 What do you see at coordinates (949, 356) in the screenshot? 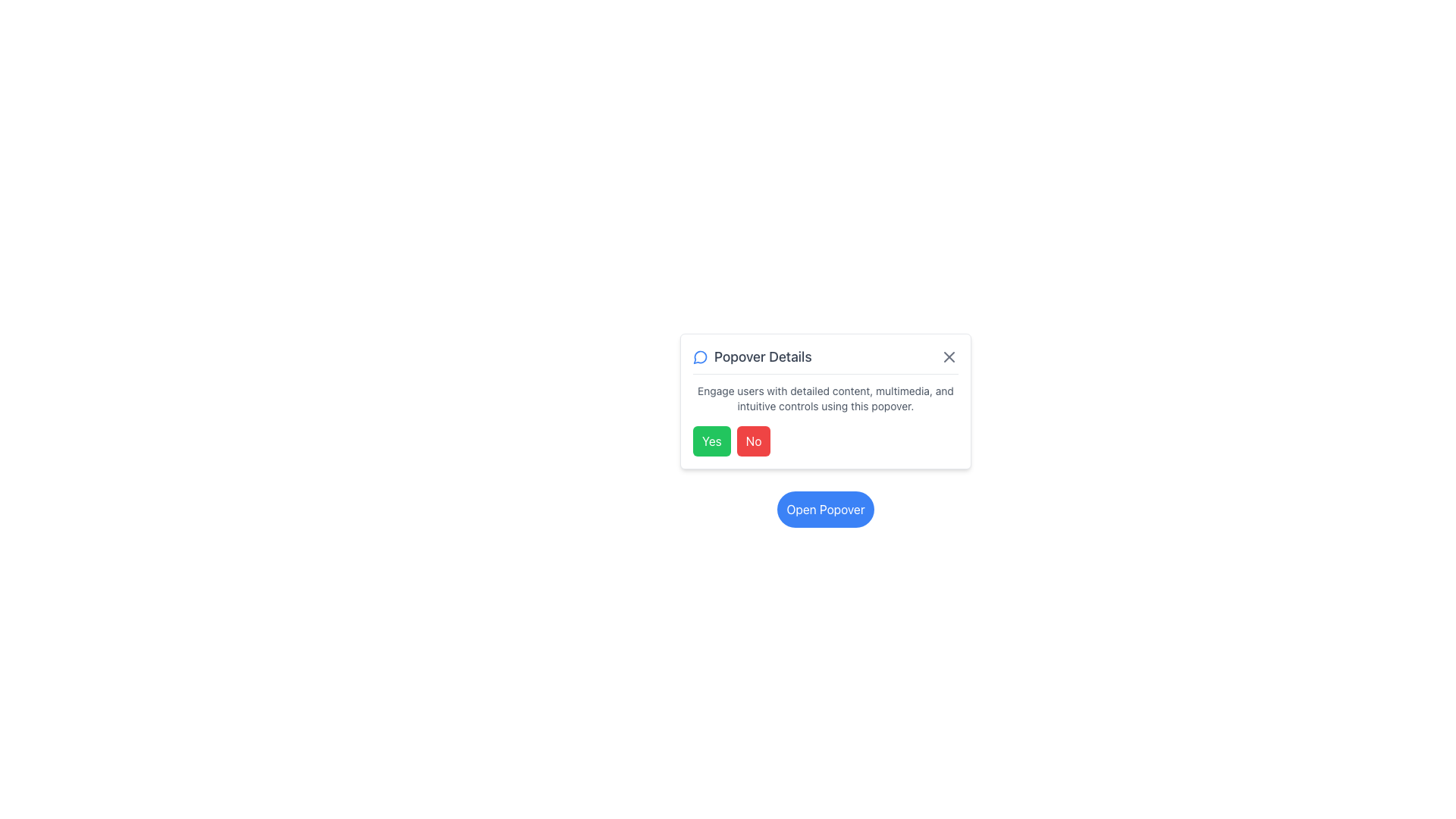
I see `the 'X' icon in the top-right corner of the popover component` at bounding box center [949, 356].